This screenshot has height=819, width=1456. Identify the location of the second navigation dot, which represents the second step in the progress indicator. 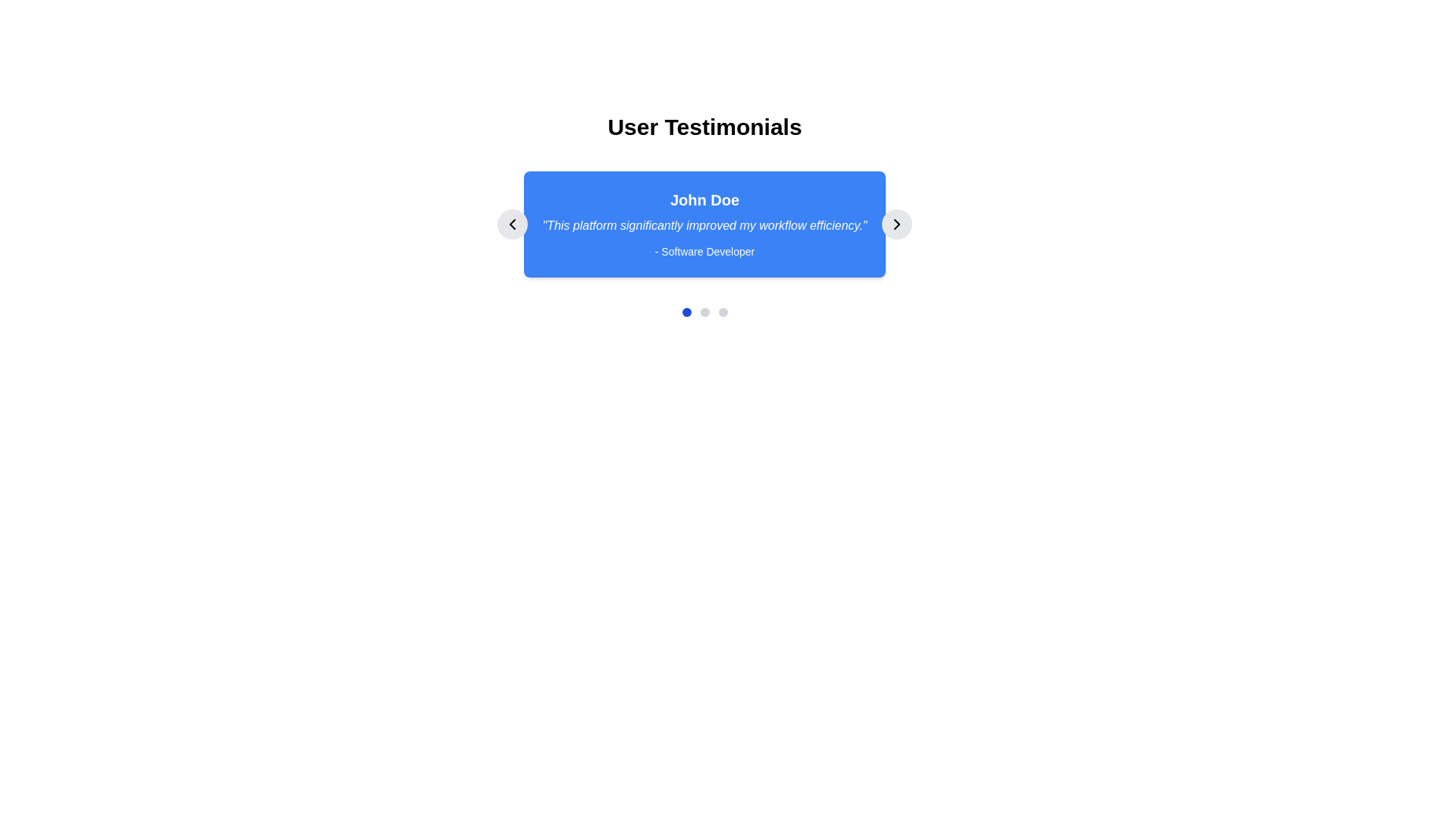
(704, 312).